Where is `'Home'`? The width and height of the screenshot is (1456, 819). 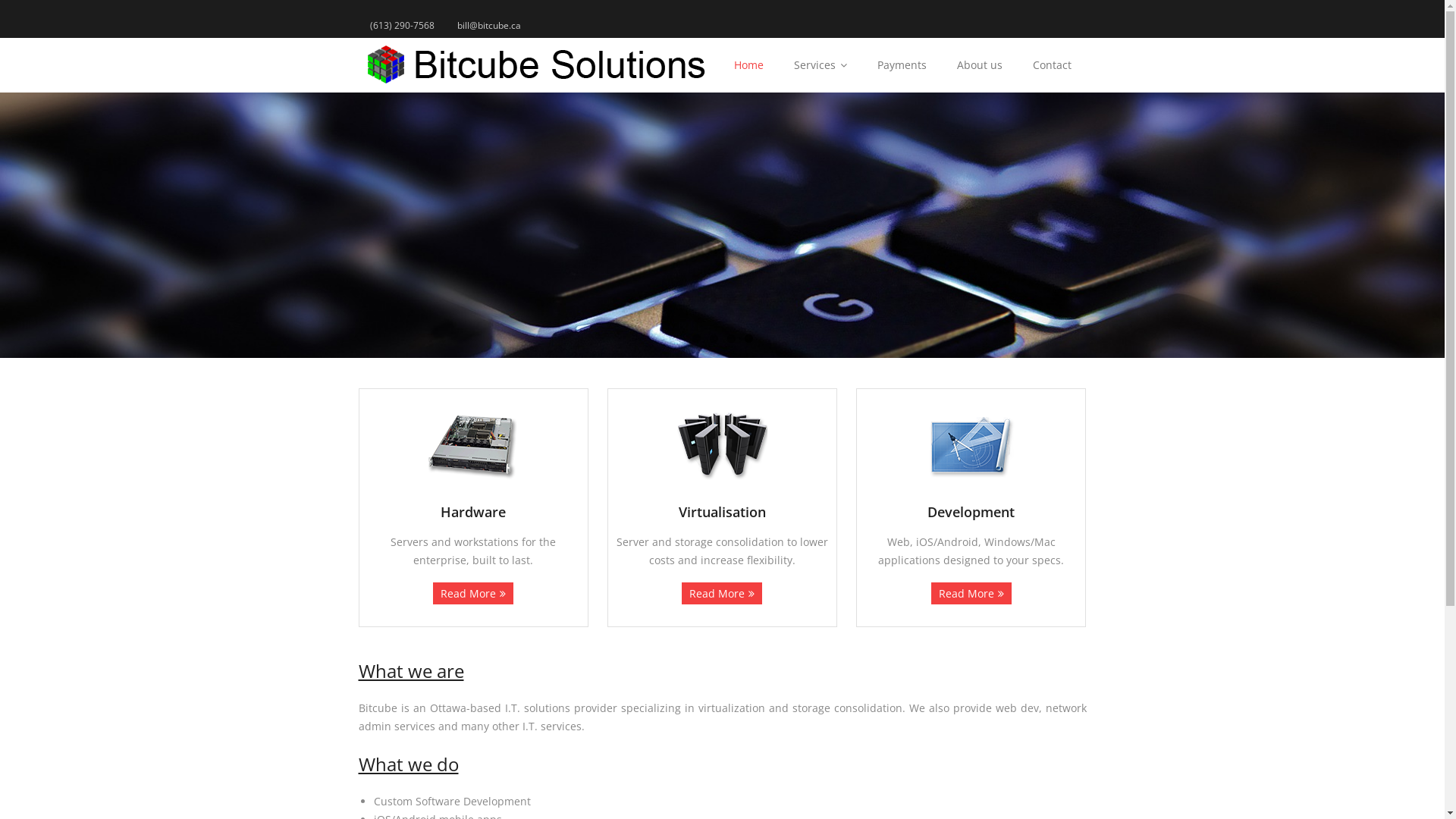
'Home' is located at coordinates (718, 64).